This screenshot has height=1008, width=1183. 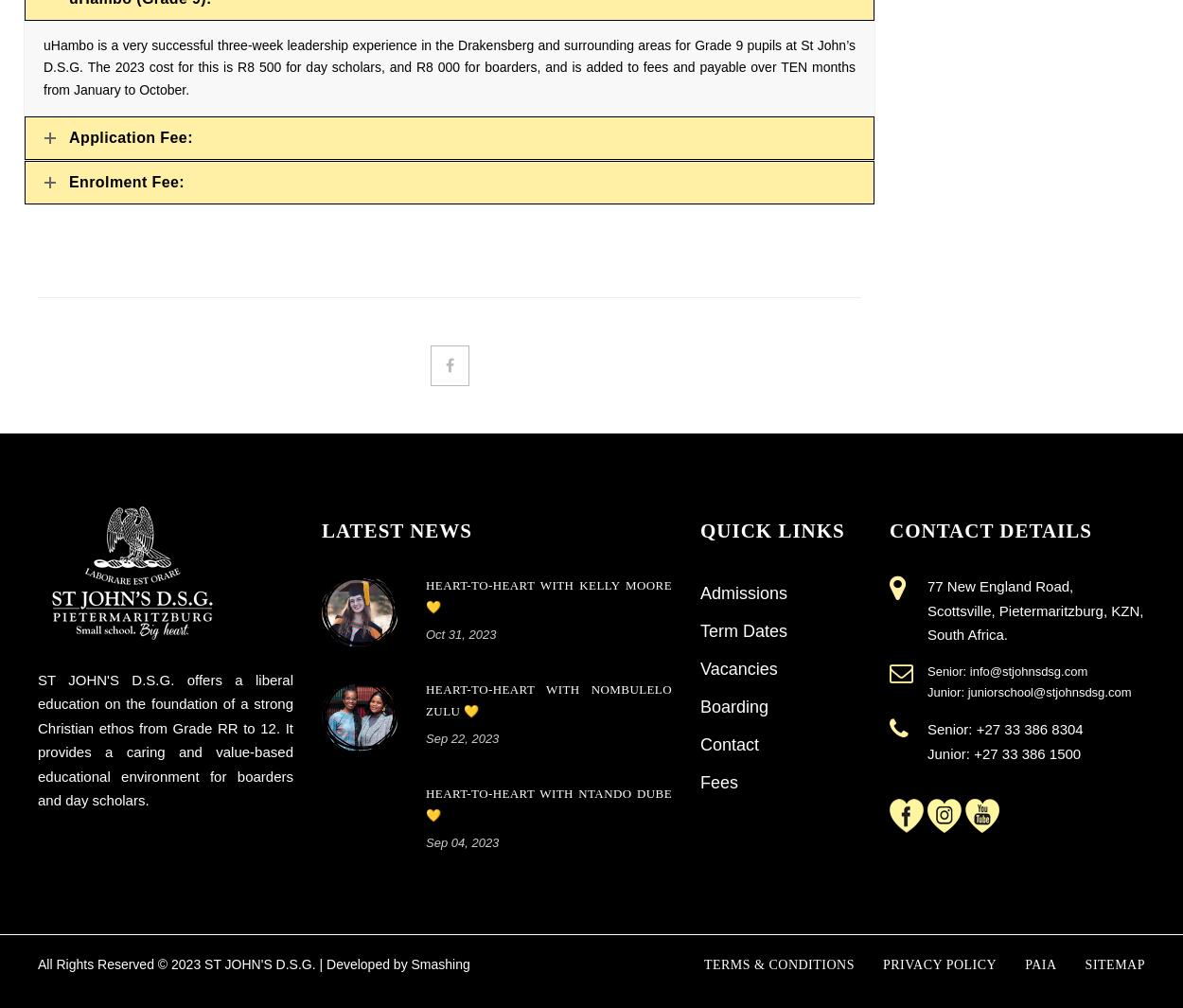 I want to click on 'Contact Details', so click(x=990, y=529).